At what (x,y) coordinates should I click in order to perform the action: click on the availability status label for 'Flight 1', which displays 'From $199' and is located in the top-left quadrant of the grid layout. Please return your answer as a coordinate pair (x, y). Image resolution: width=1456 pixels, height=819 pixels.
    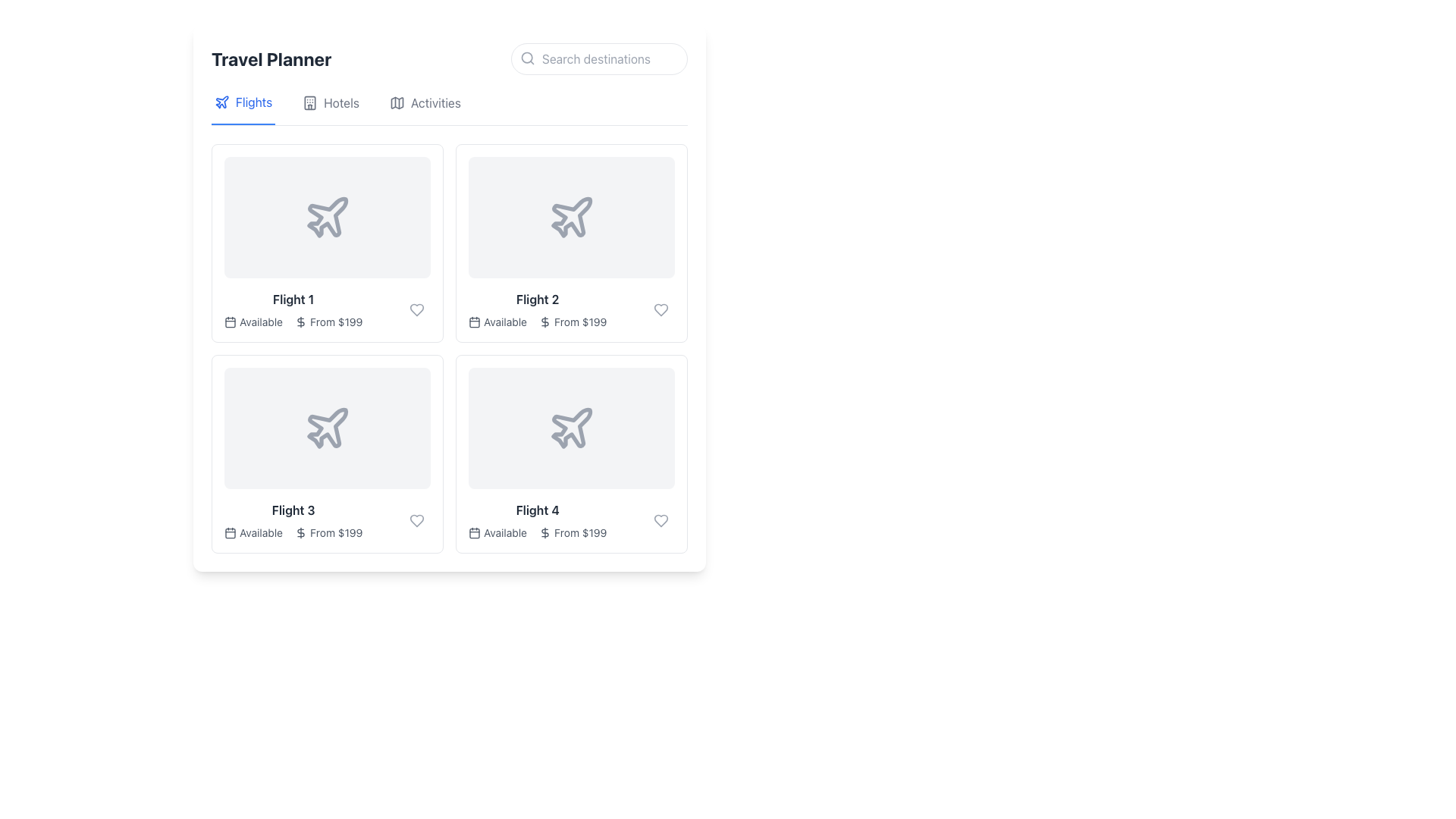
    Looking at the image, I should click on (253, 321).